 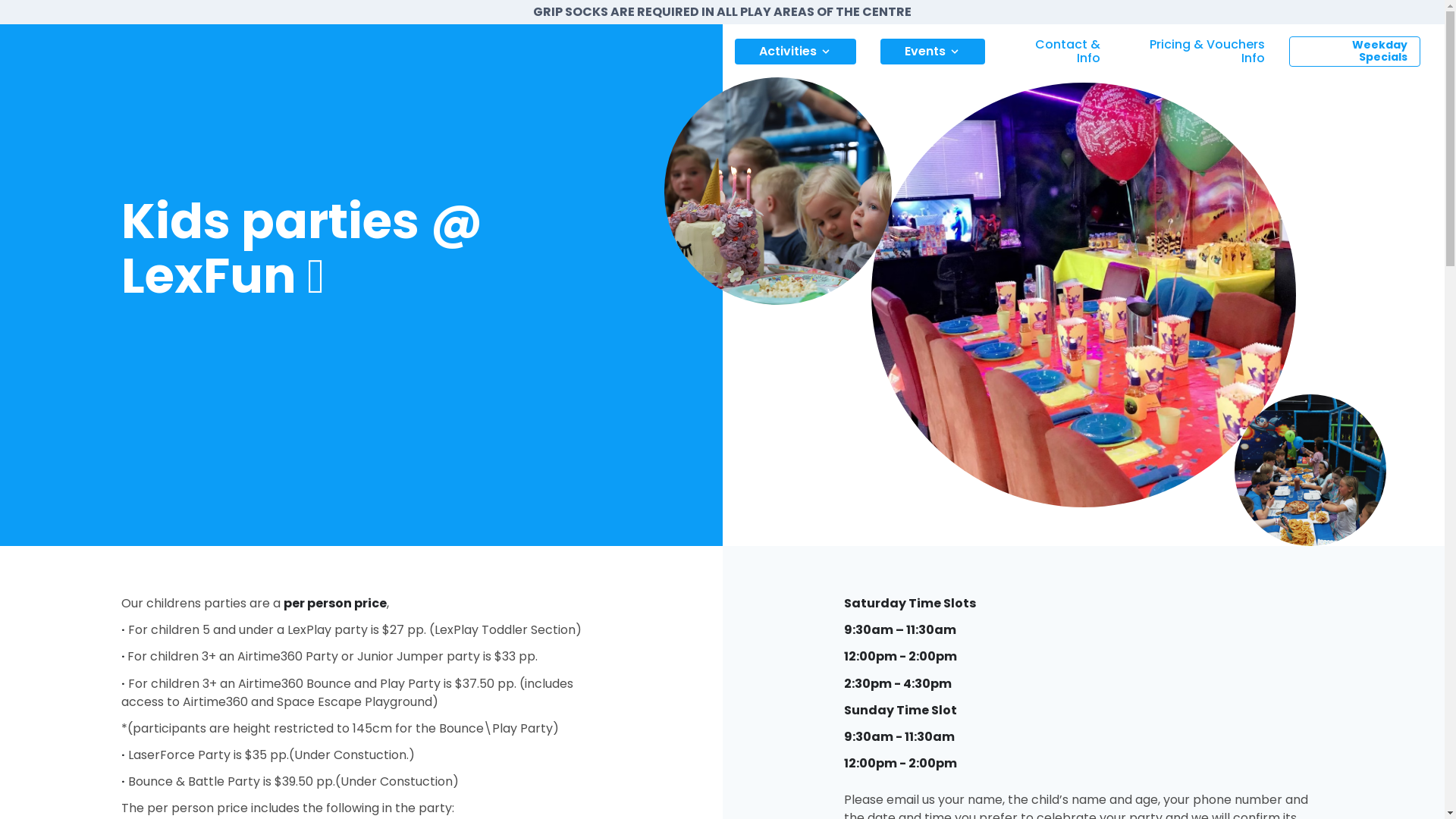 What do you see at coordinates (1354, 51) in the screenshot?
I see `'Weekday Specials'` at bounding box center [1354, 51].